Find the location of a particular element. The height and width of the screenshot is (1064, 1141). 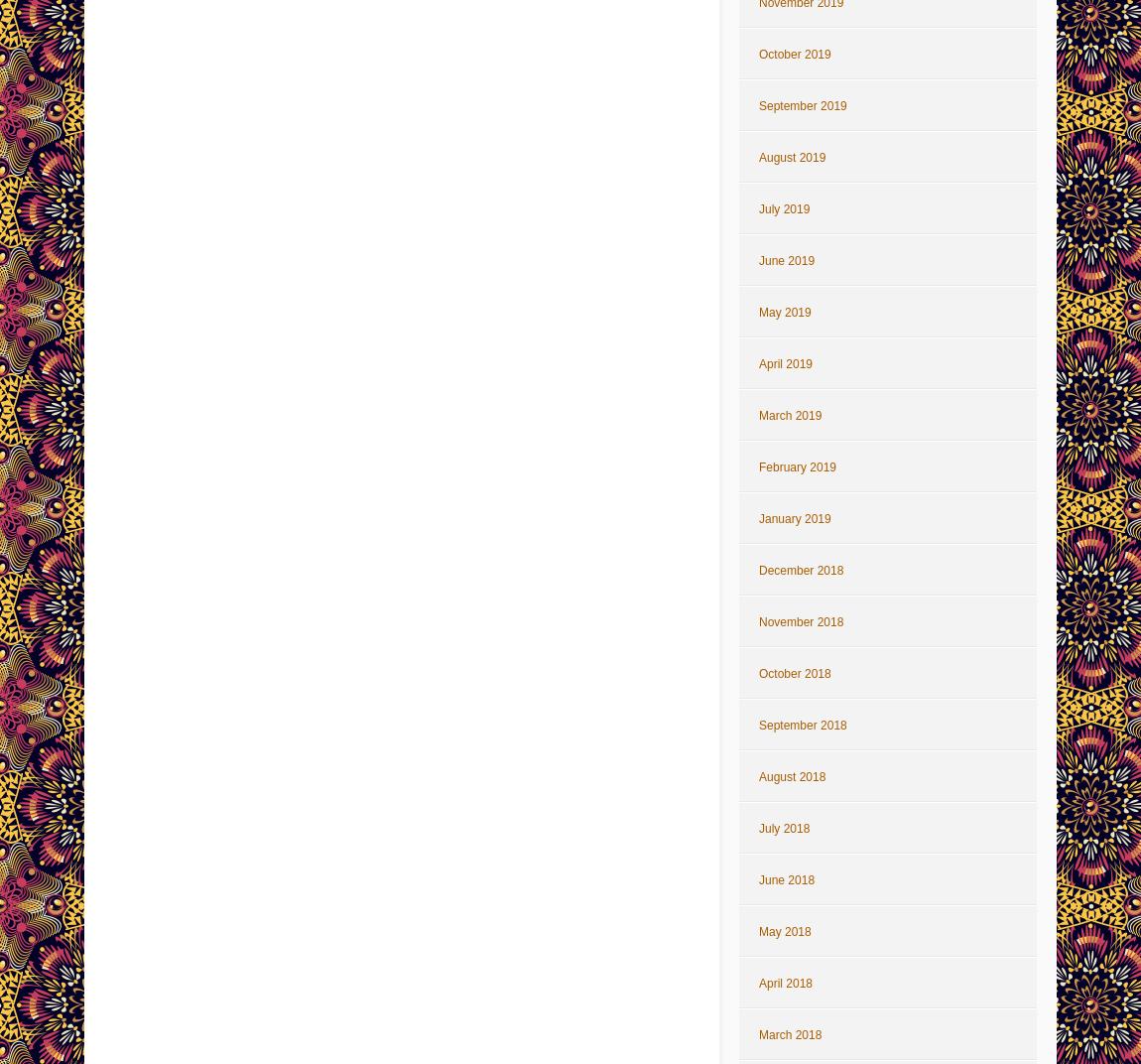

'November 2018' is located at coordinates (757, 622).